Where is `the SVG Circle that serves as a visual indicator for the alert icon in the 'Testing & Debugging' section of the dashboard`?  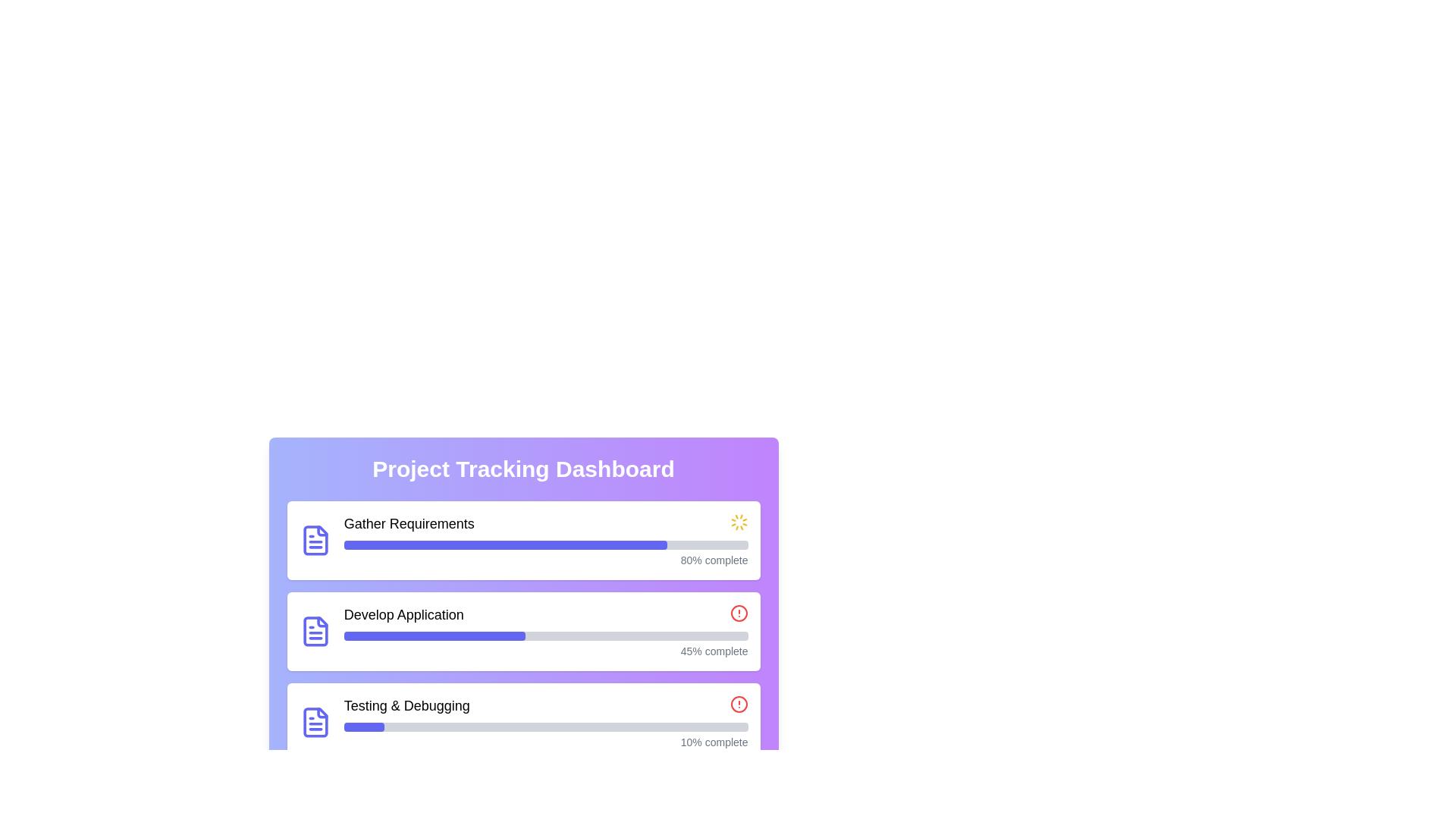 the SVG Circle that serves as a visual indicator for the alert icon in the 'Testing & Debugging' section of the dashboard is located at coordinates (739, 704).